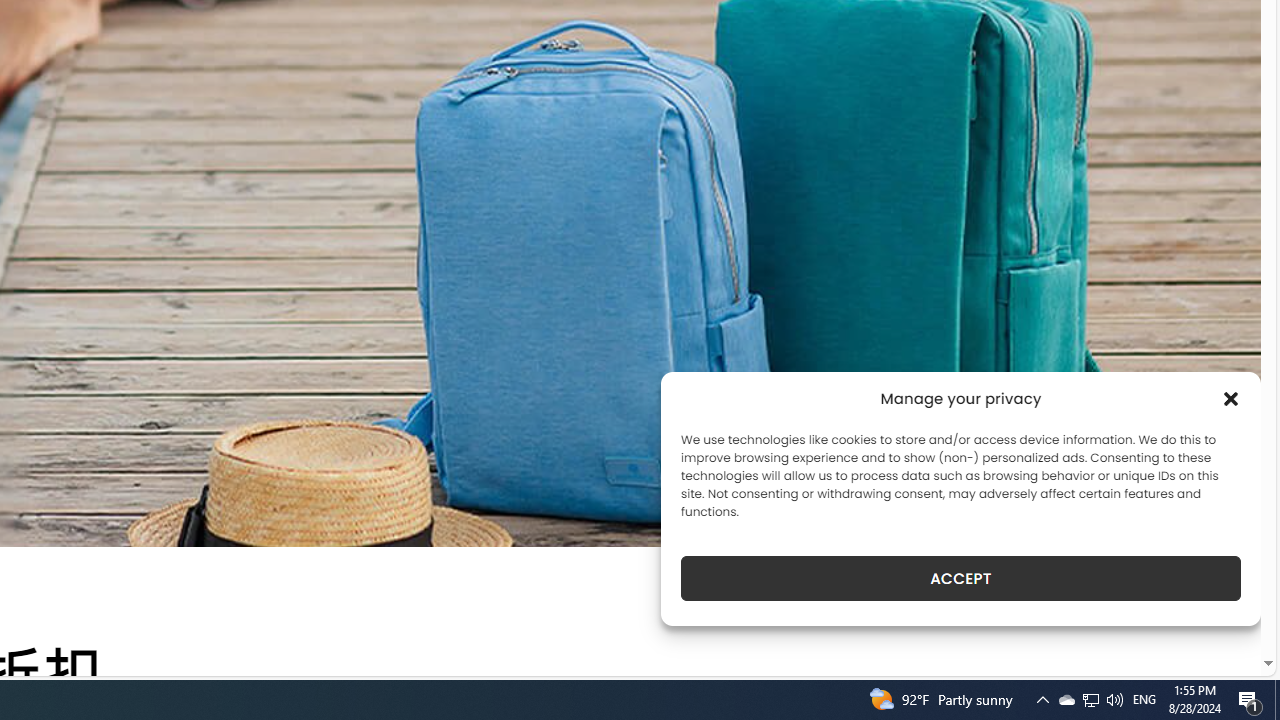 Image resolution: width=1280 pixels, height=720 pixels. What do you see at coordinates (1230, 398) in the screenshot?
I see `'Class: cmplz-close'` at bounding box center [1230, 398].